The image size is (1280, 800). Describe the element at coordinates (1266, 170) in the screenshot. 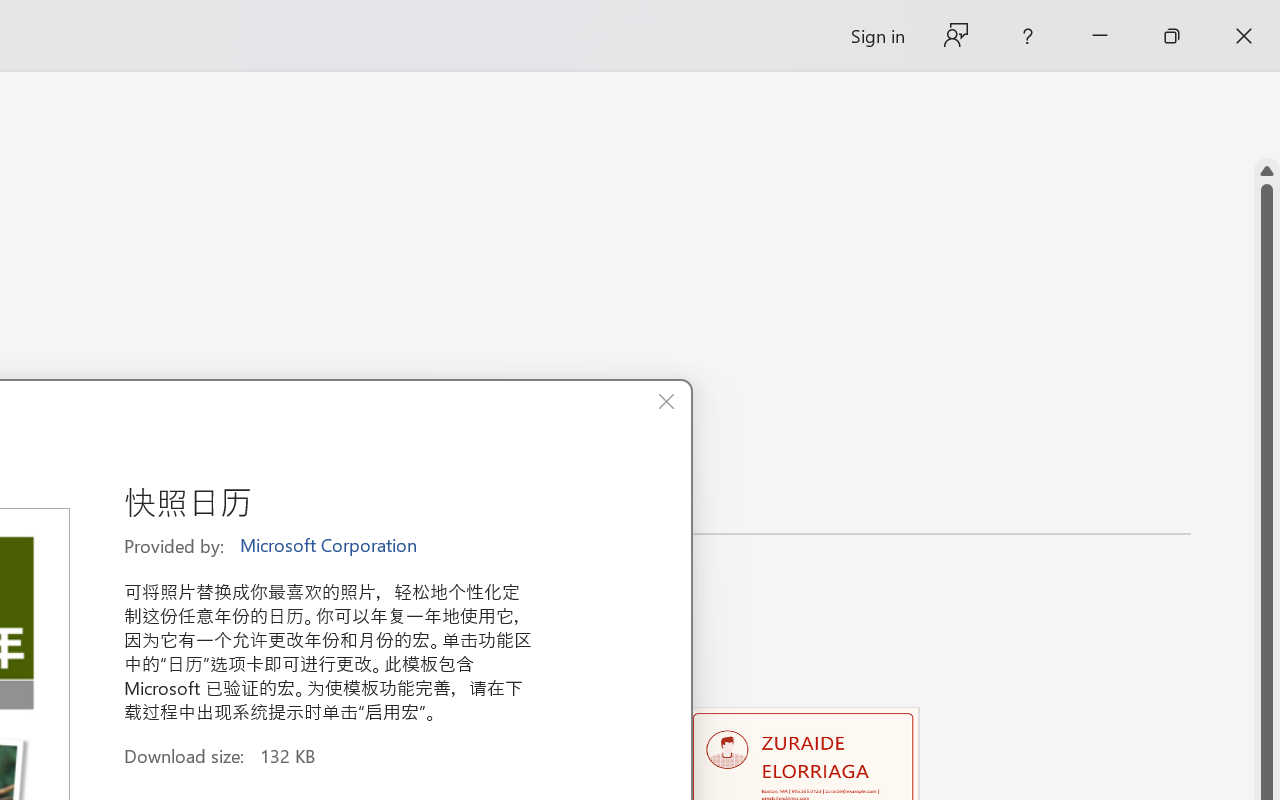

I see `'Line up'` at that location.